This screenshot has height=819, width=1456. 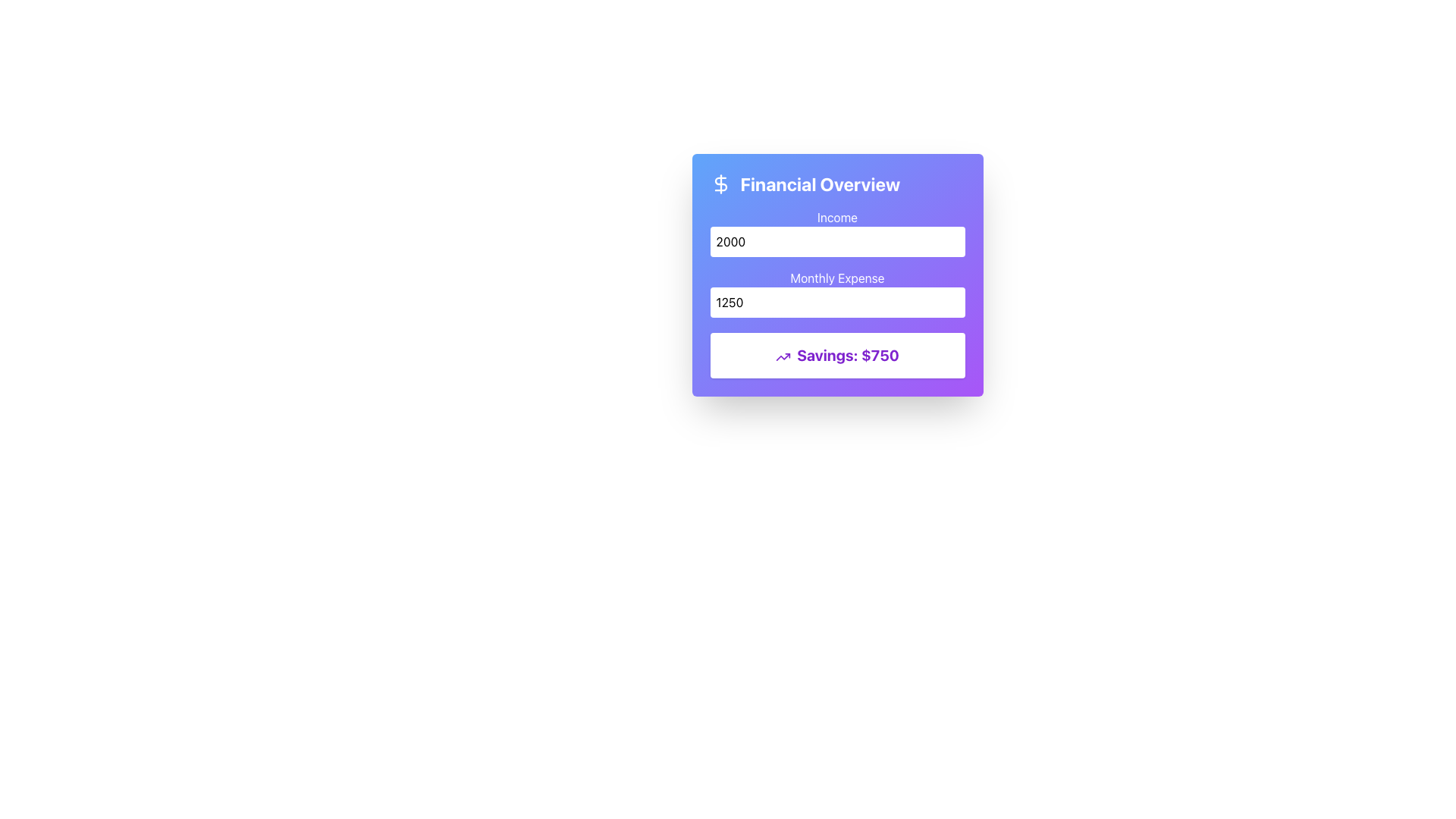 I want to click on numerical value indicating the savings amount displayed to the right of the 'Savings:' label, so click(x=880, y=355).